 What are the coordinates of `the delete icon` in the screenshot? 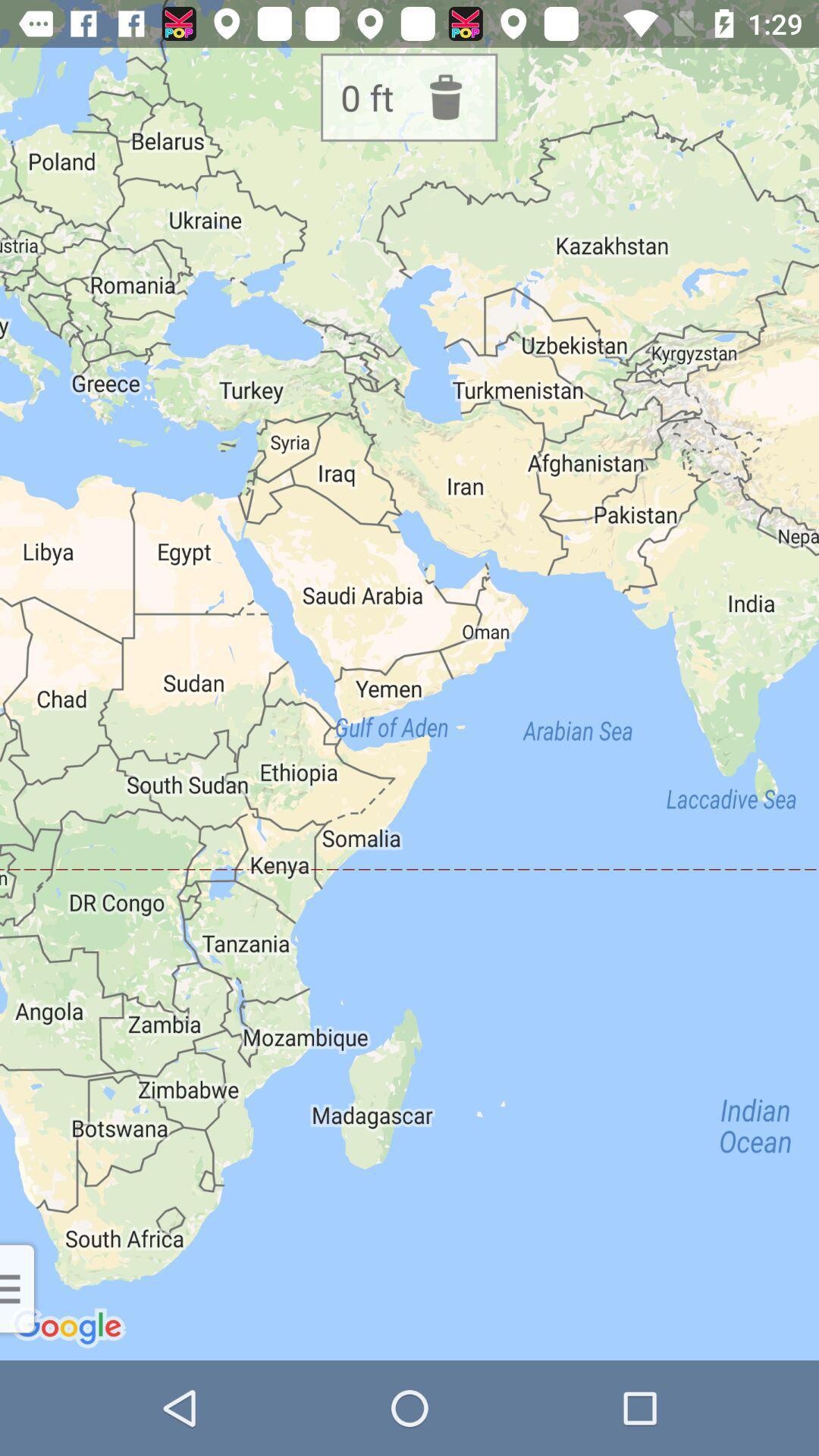 It's located at (455, 96).